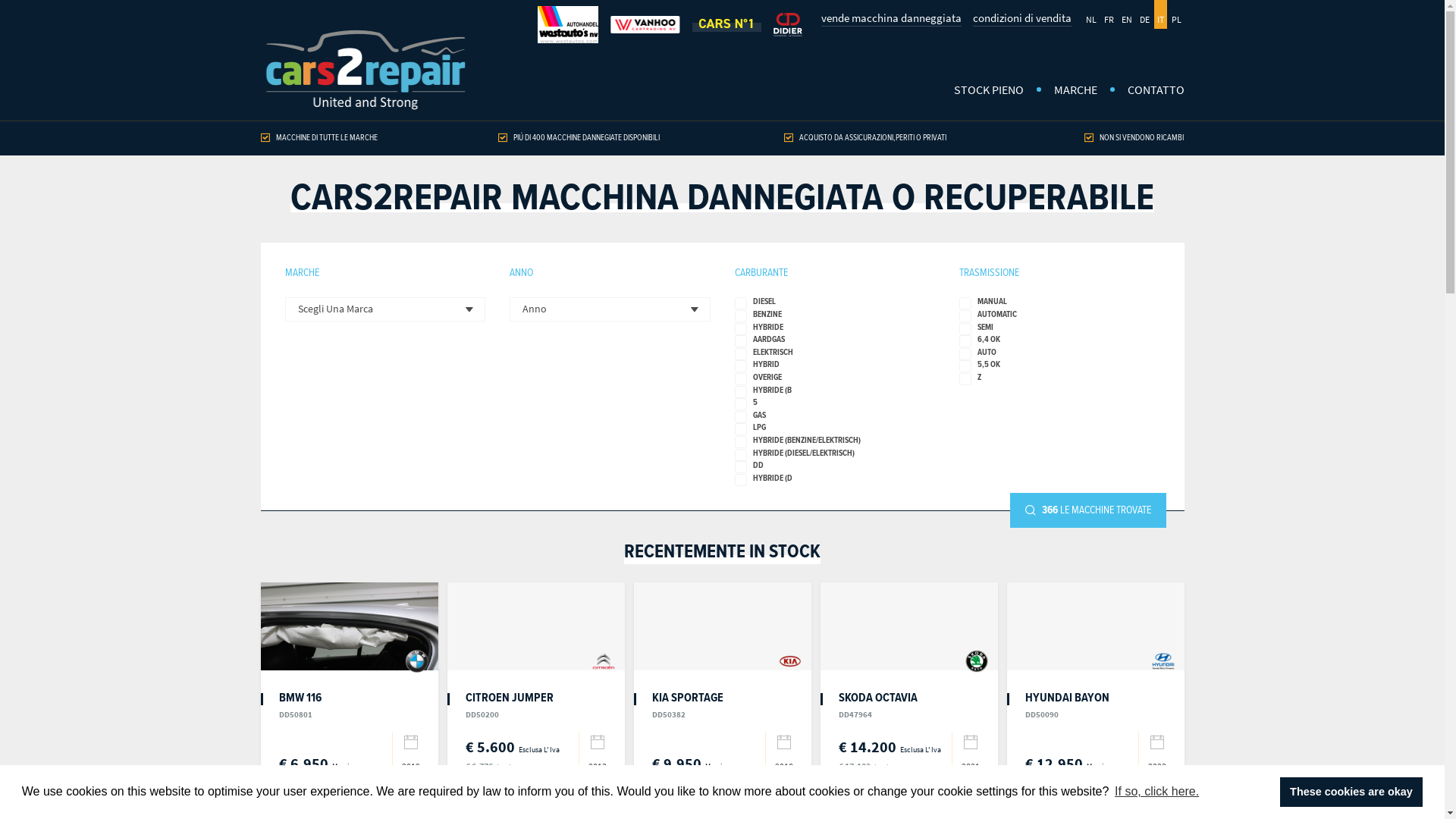 This screenshot has height=819, width=1456. I want to click on 'KIA SPORTAGE, so click(651, 704).